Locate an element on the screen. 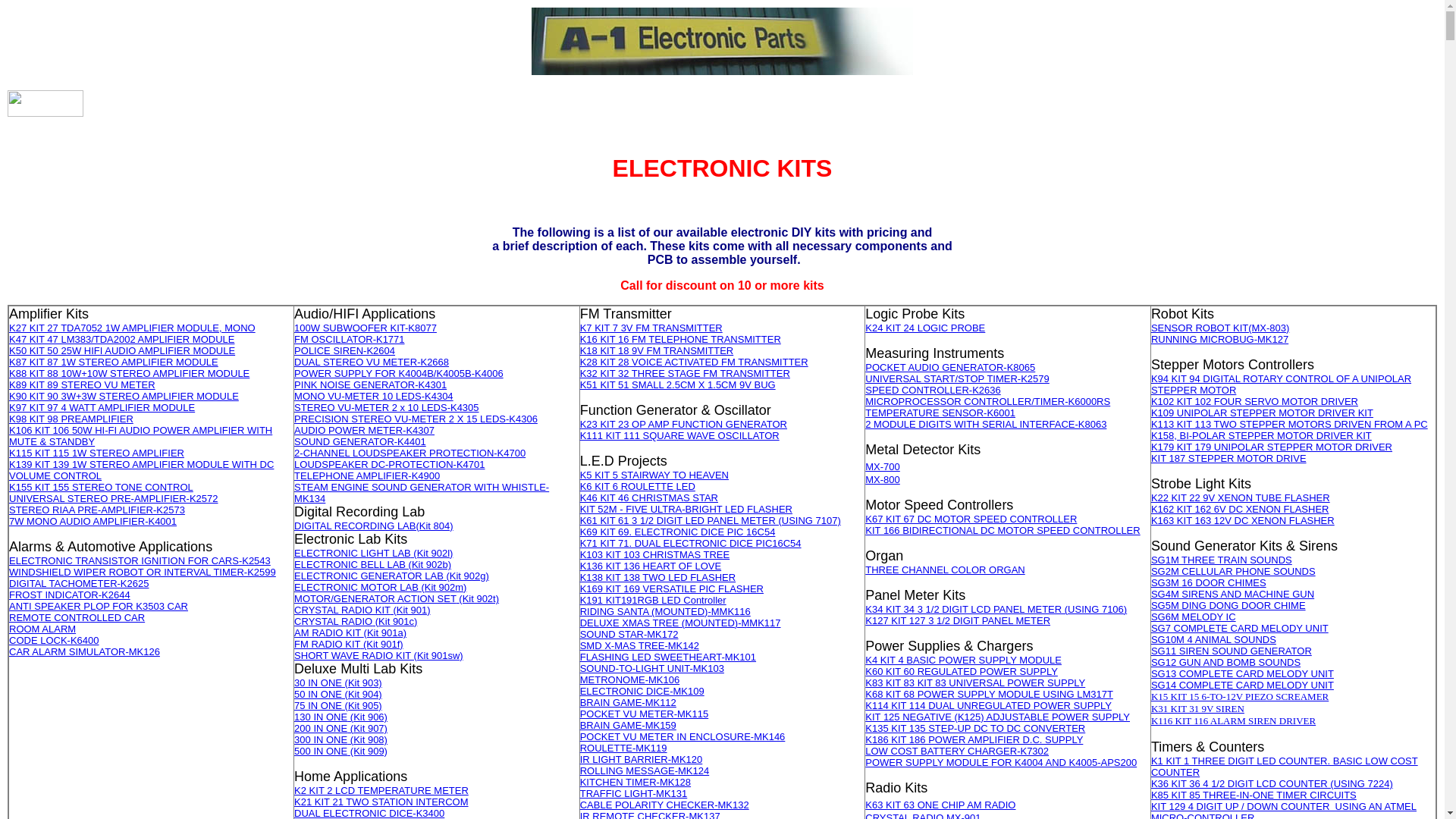  'KIT 187 STEPPER MOTOR DRIVE' is located at coordinates (1228, 457).